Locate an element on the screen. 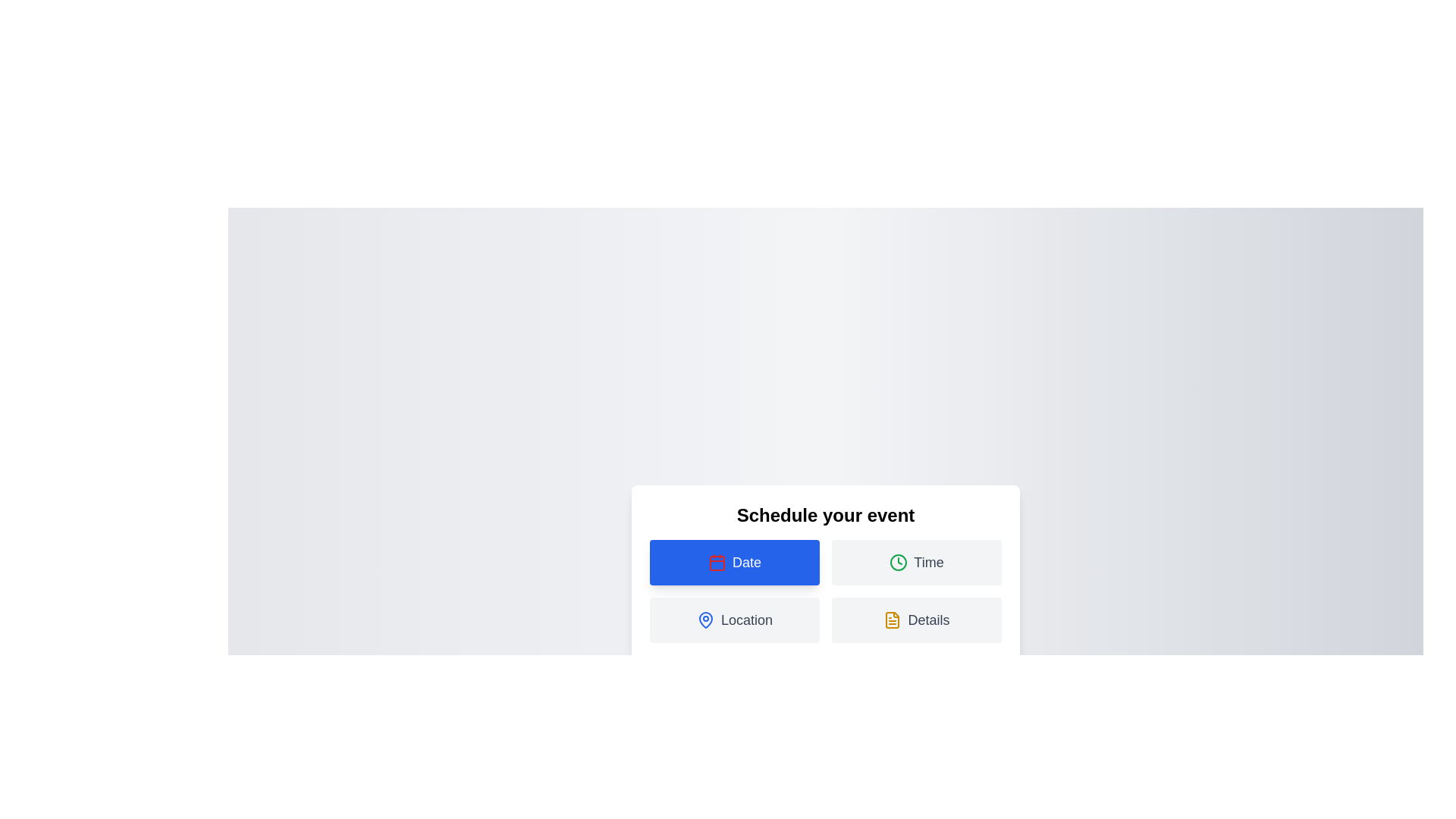  the button positioned as the top-left tile for selecting the 'Date' option, which triggers an action related to scheduling or selecting a date is located at coordinates (735, 562).